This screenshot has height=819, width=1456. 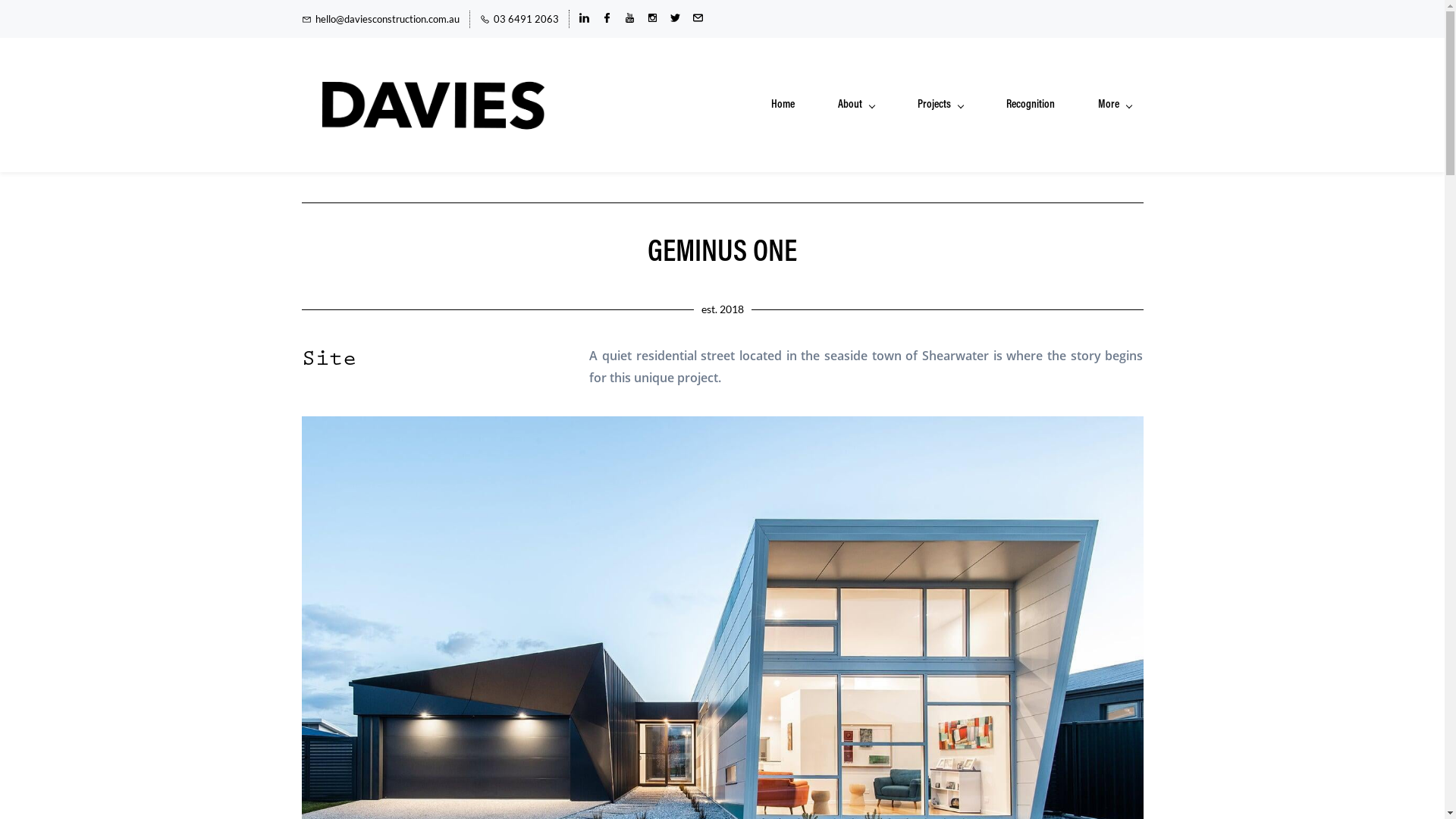 What do you see at coordinates (782, 104) in the screenshot?
I see `'Home'` at bounding box center [782, 104].